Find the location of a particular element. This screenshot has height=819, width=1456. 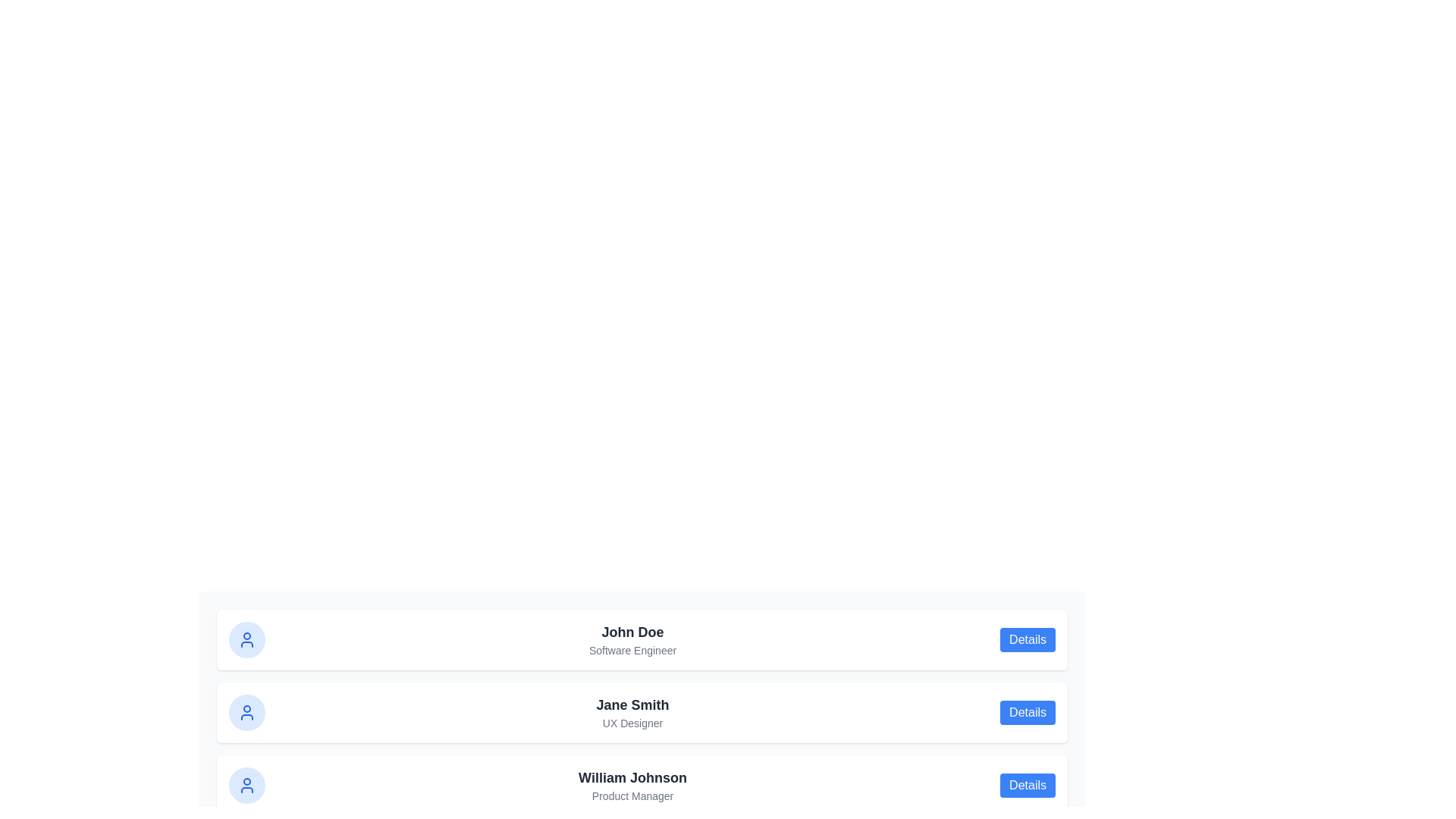

the third card in the vertically stacked list, which features a blue user icon, the name 'William Johnson', and a 'Details' button is located at coordinates (642, 785).